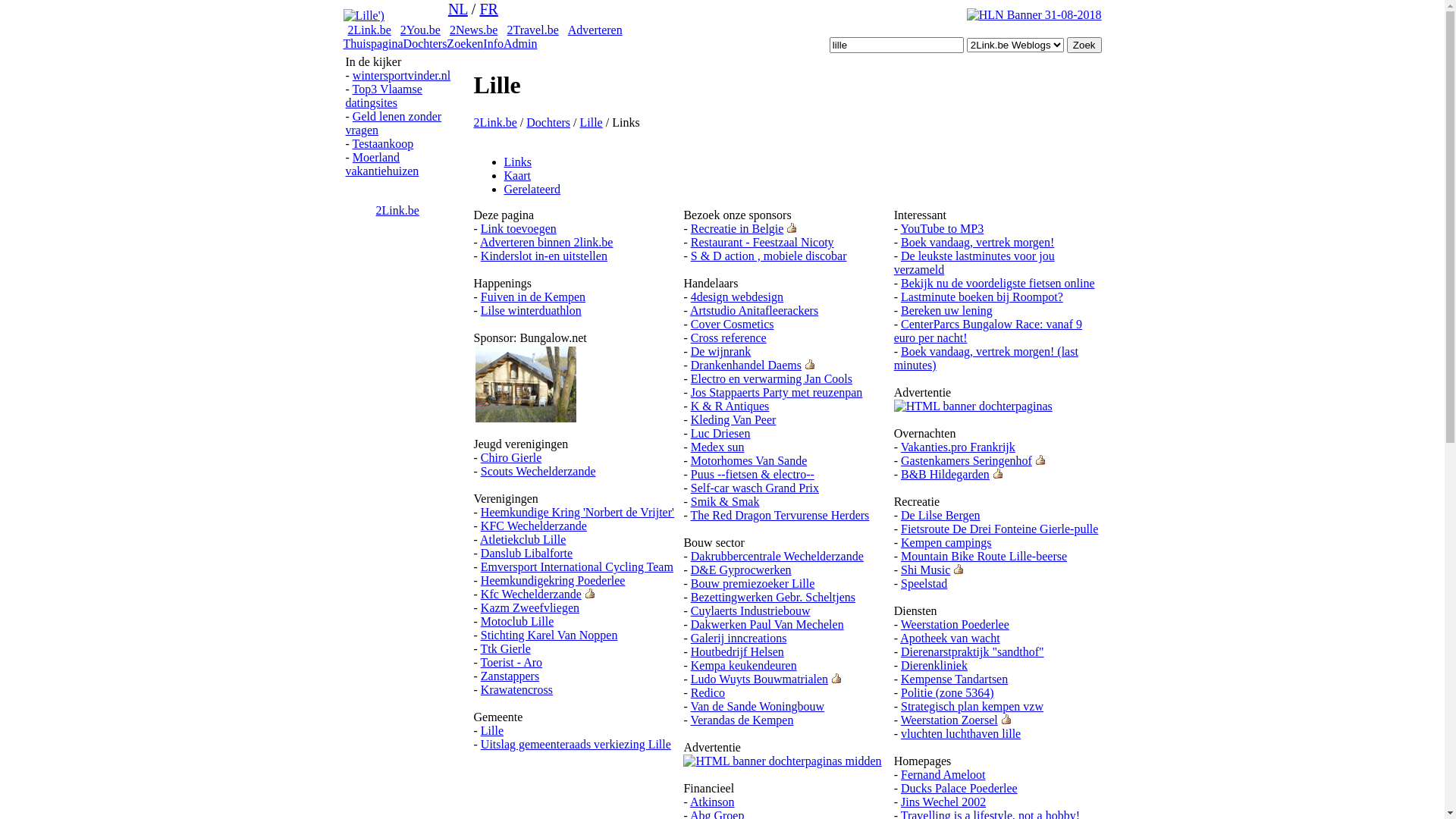 The width and height of the screenshot is (1456, 819). I want to click on 'Admin', so click(503, 42).